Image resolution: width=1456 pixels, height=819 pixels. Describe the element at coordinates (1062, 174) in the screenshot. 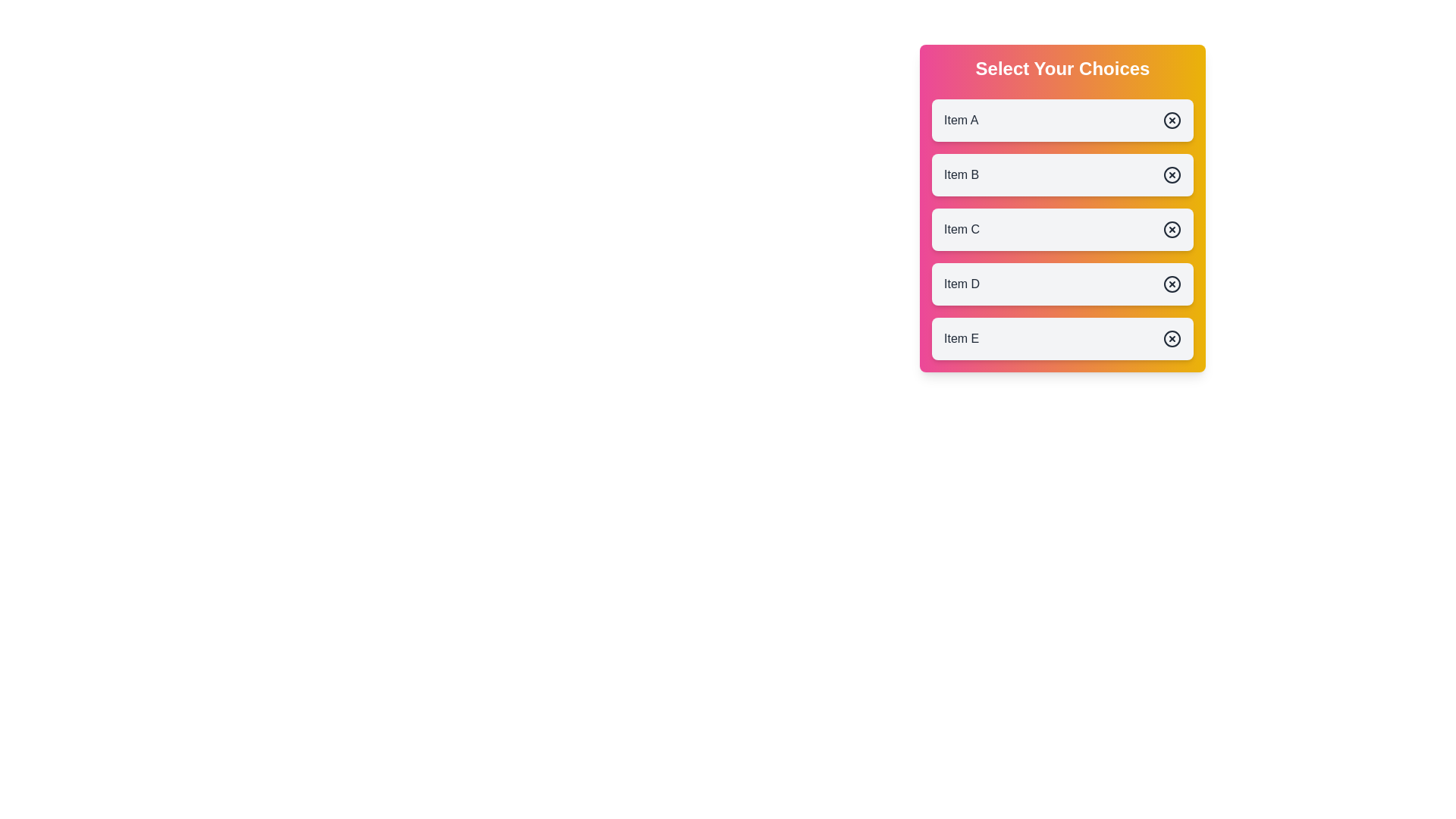

I see `the button labeled Item B to observe the animation` at that location.